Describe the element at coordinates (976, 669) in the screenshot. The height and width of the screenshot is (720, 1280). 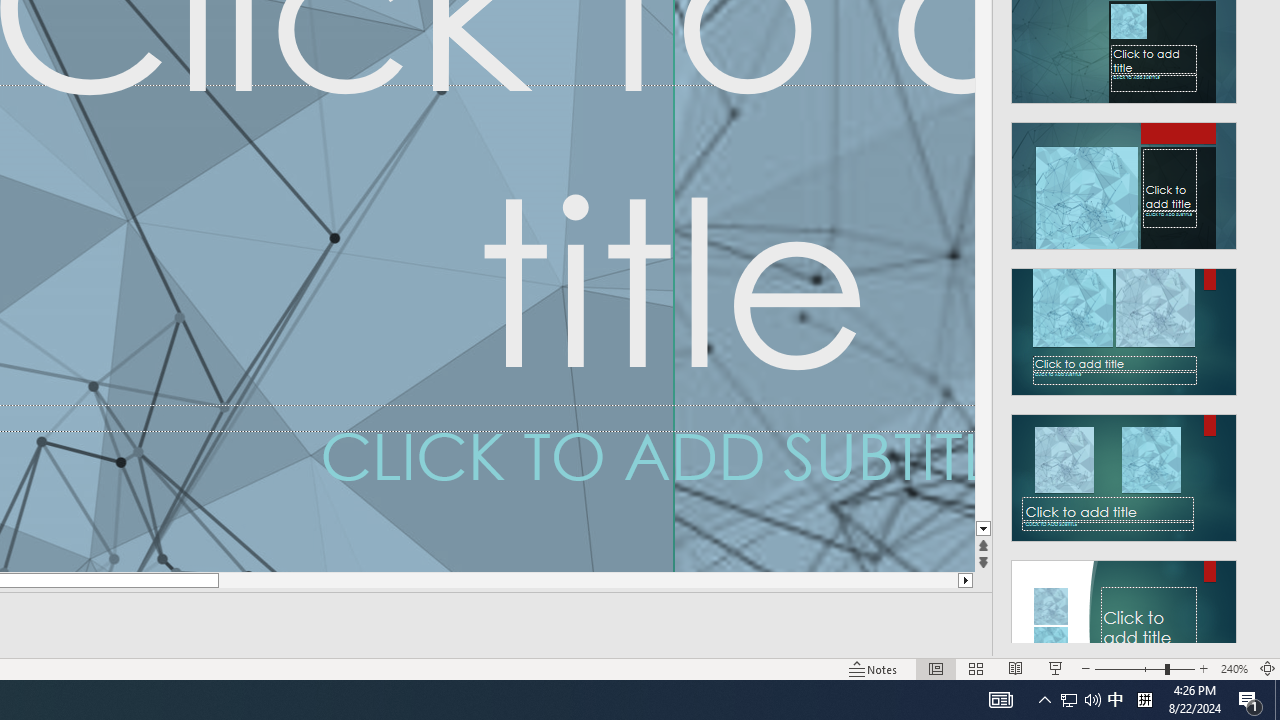
I see `'Slide Sorter'` at that location.